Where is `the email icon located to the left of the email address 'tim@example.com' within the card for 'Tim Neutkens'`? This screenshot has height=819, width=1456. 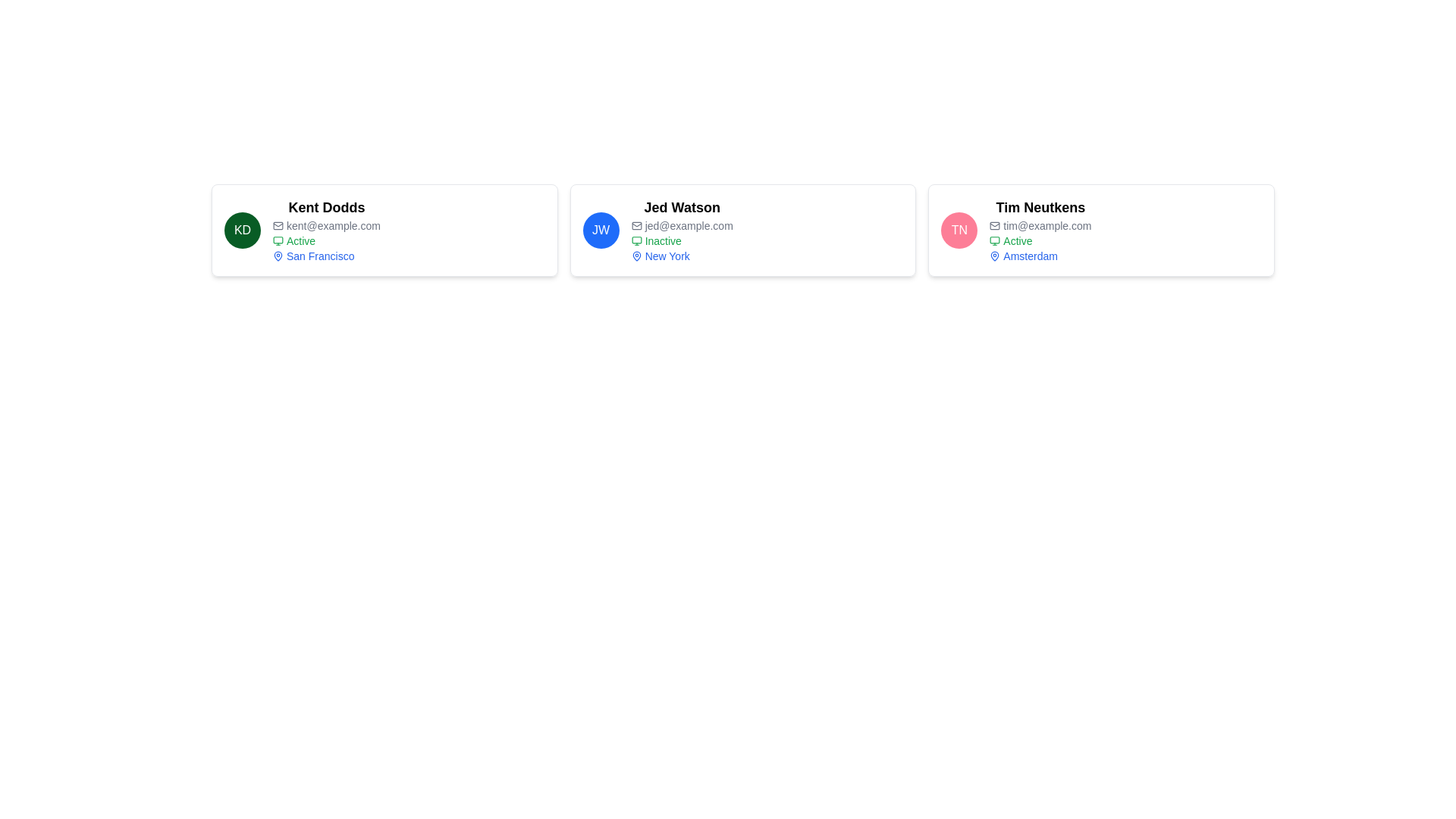 the email icon located to the left of the email address 'tim@example.com' within the card for 'Tim Neutkens' is located at coordinates (995, 225).